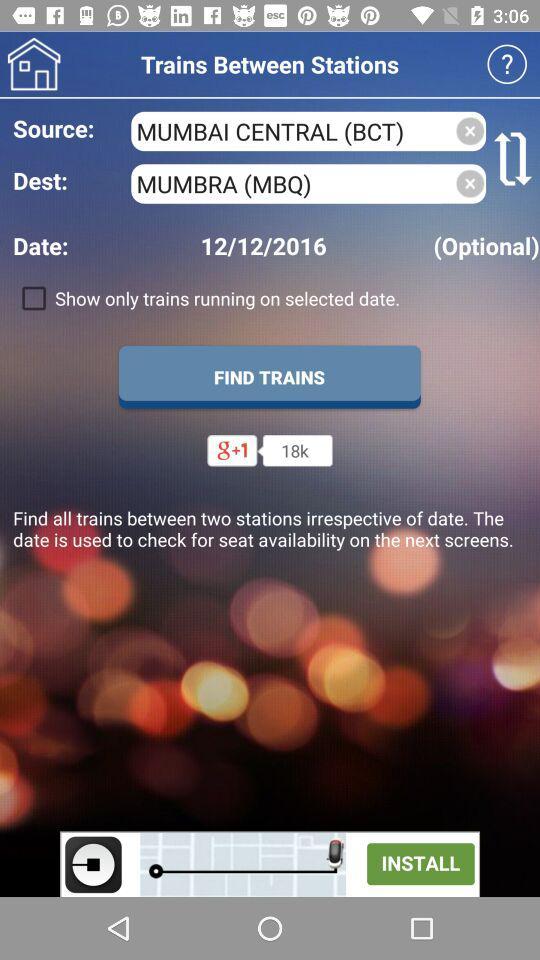 The height and width of the screenshot is (960, 540). What do you see at coordinates (470, 130) in the screenshot?
I see `clear source` at bounding box center [470, 130].